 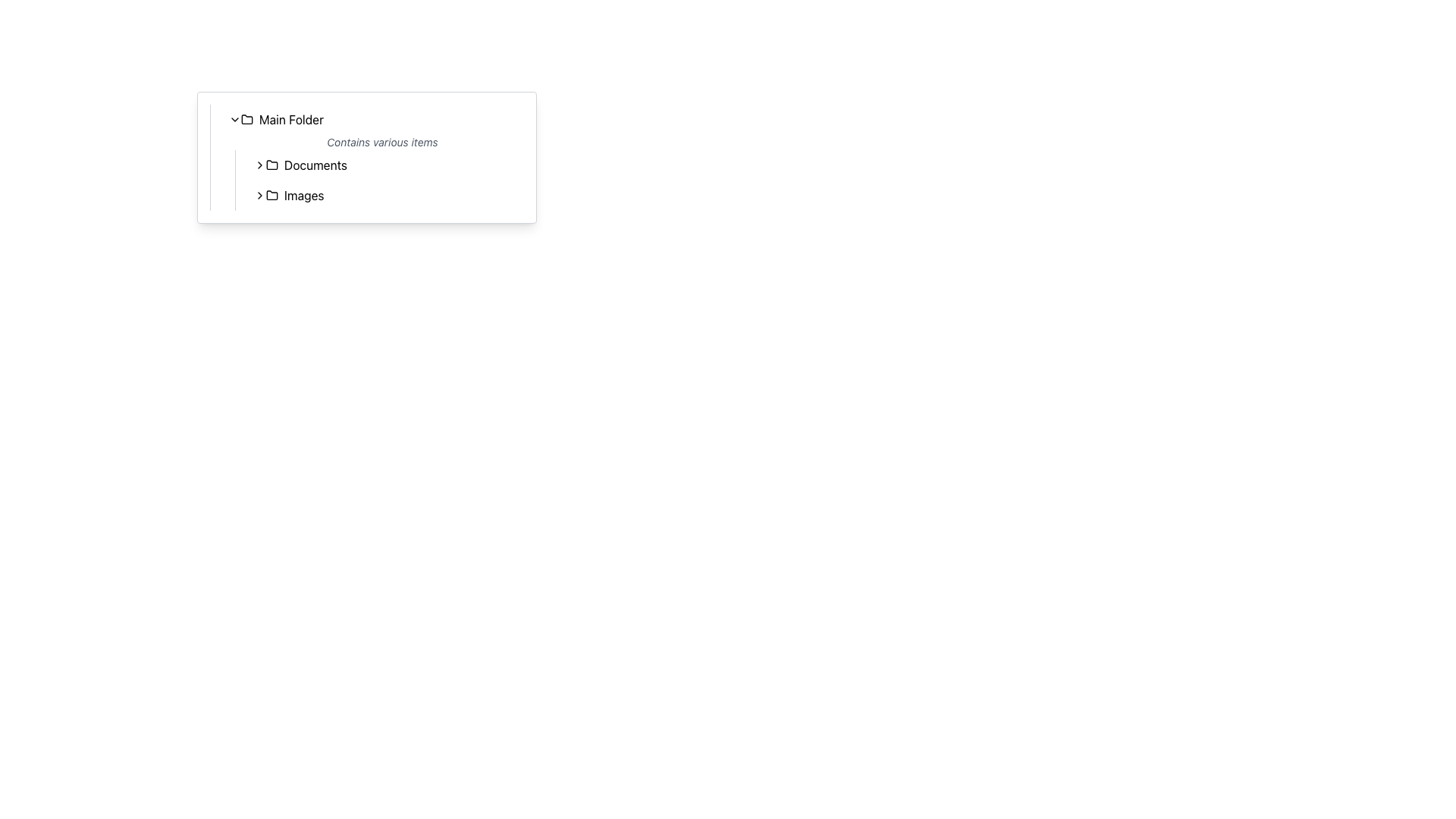 I want to click on the collapsible indicator icon for the 'Images' folder, so click(x=259, y=195).